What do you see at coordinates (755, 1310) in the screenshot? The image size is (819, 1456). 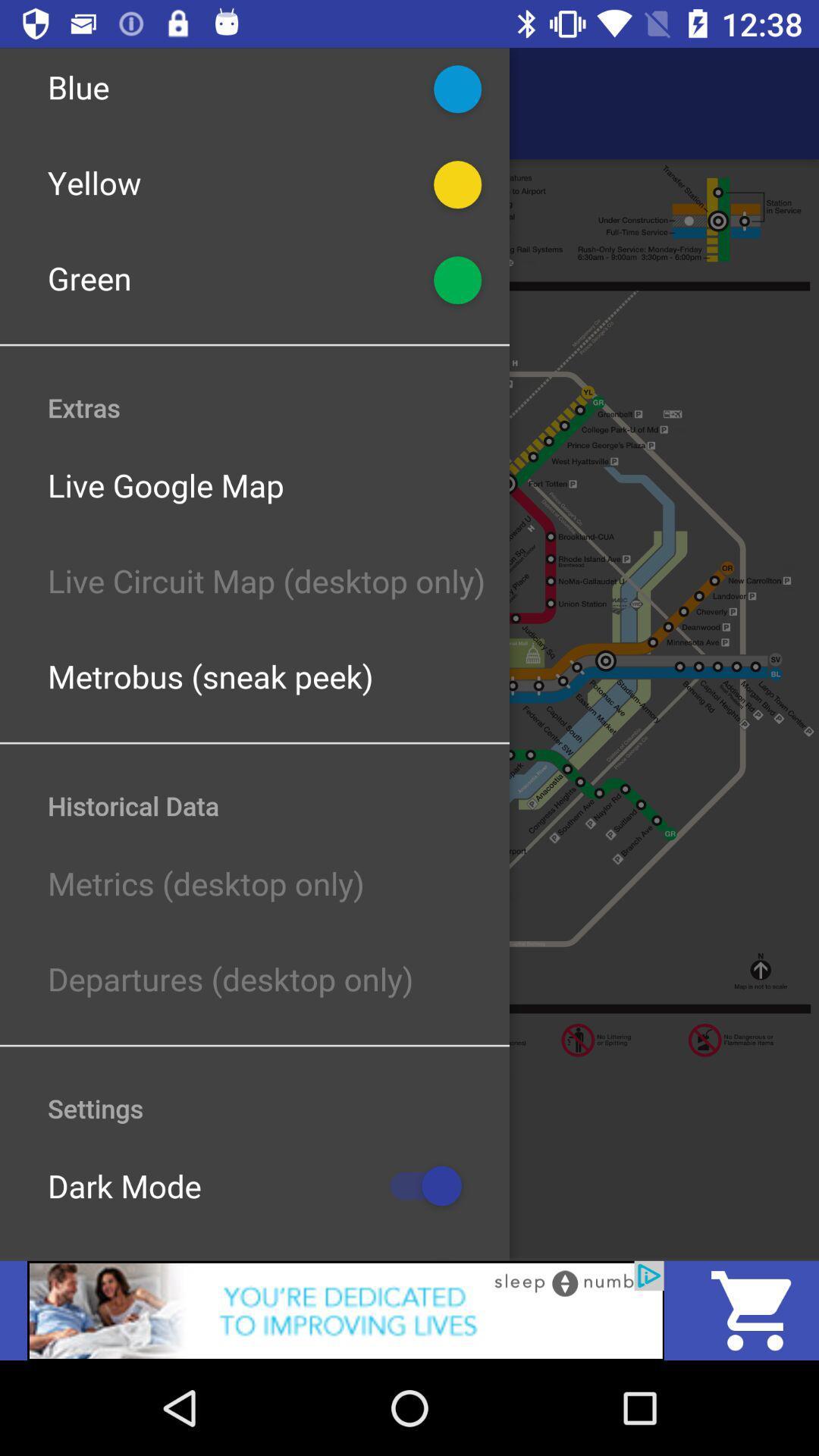 I see `the cart icon` at bounding box center [755, 1310].